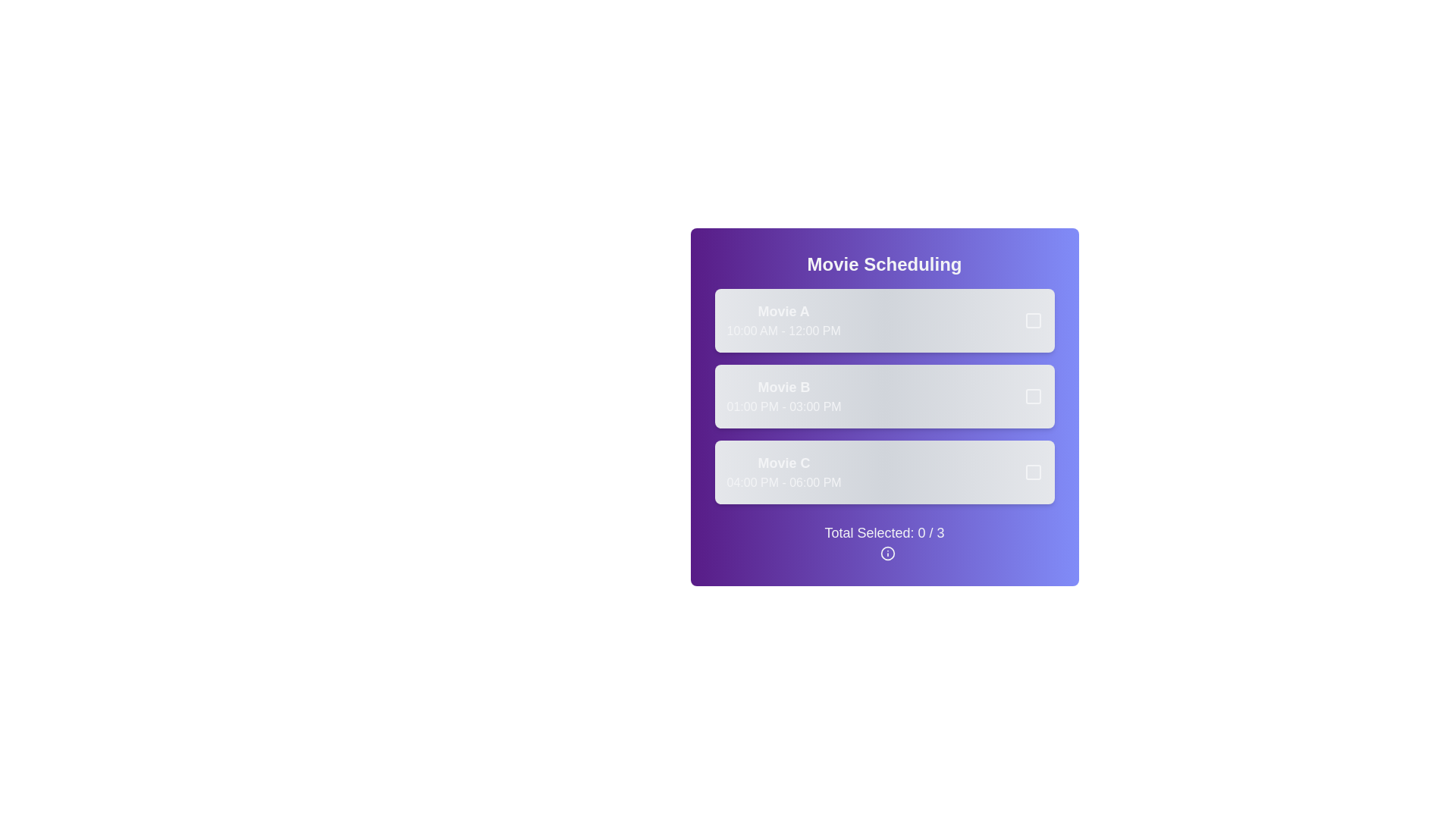  Describe the element at coordinates (1024, 396) in the screenshot. I see `the box to select or deselect the movie schedule for Movie B` at that location.